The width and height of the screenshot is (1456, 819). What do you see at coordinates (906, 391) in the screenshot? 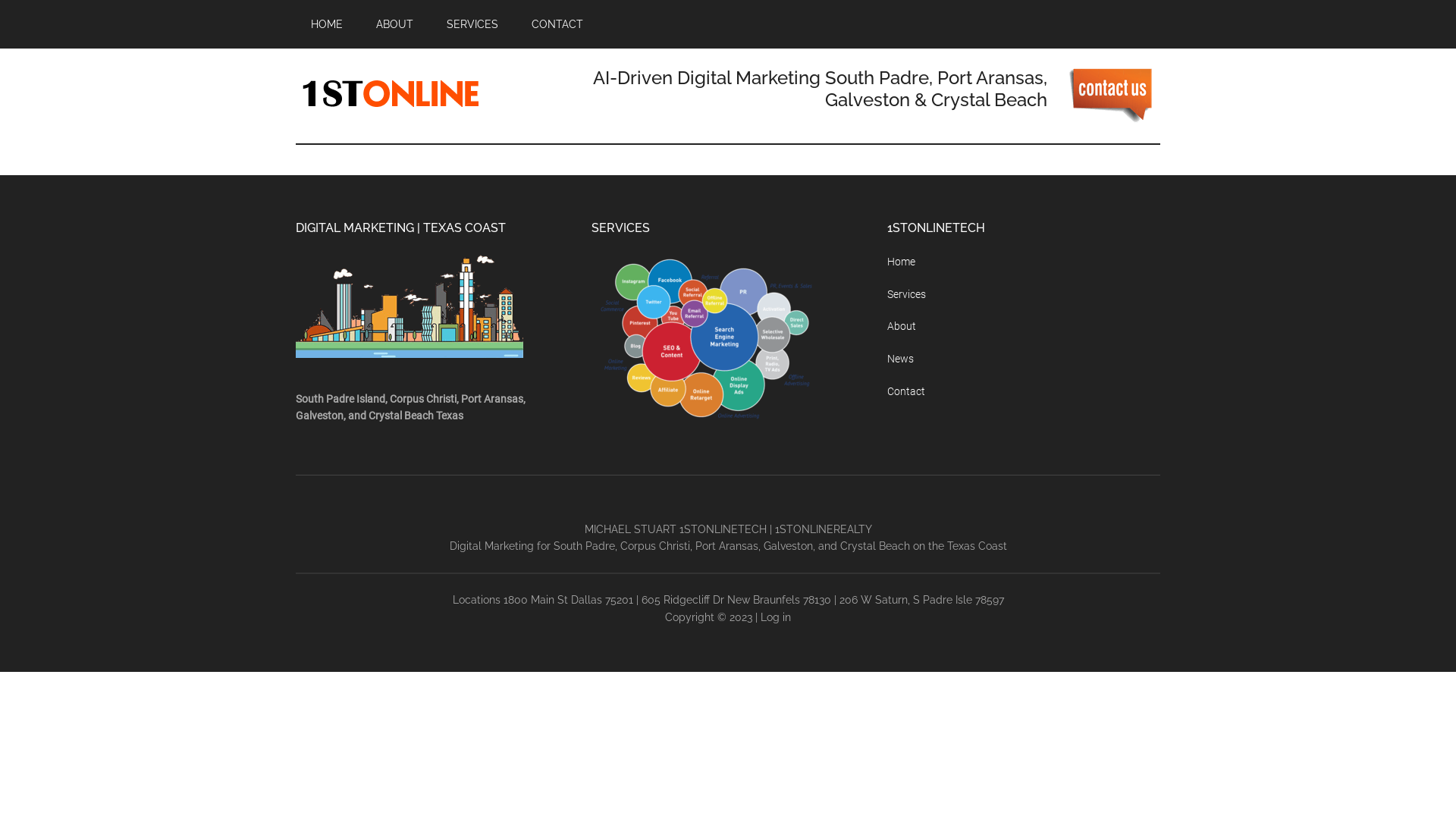
I see `'Contact'` at bounding box center [906, 391].